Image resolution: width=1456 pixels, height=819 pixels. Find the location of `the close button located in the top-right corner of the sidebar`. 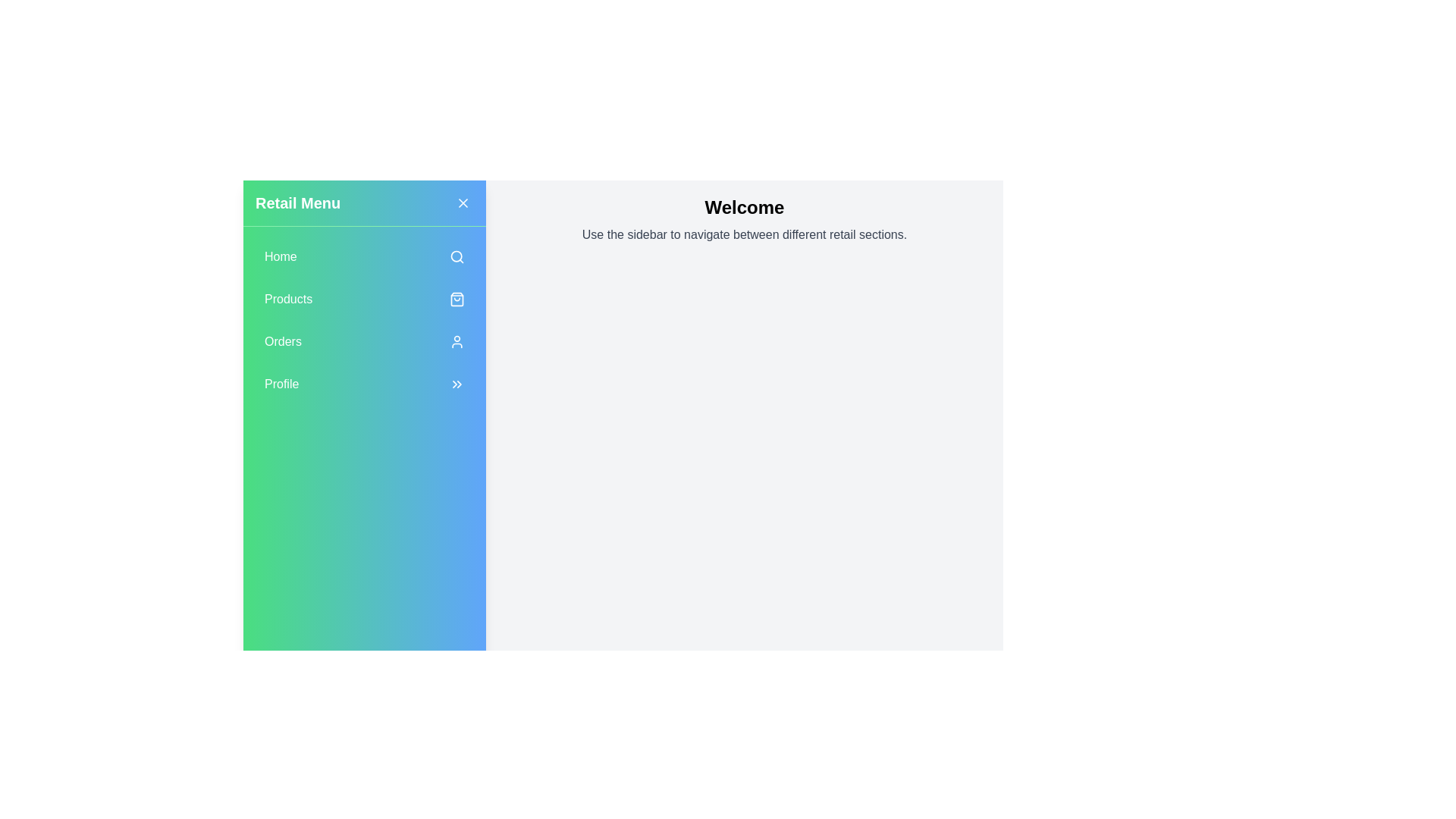

the close button located in the top-right corner of the sidebar is located at coordinates (462, 202).